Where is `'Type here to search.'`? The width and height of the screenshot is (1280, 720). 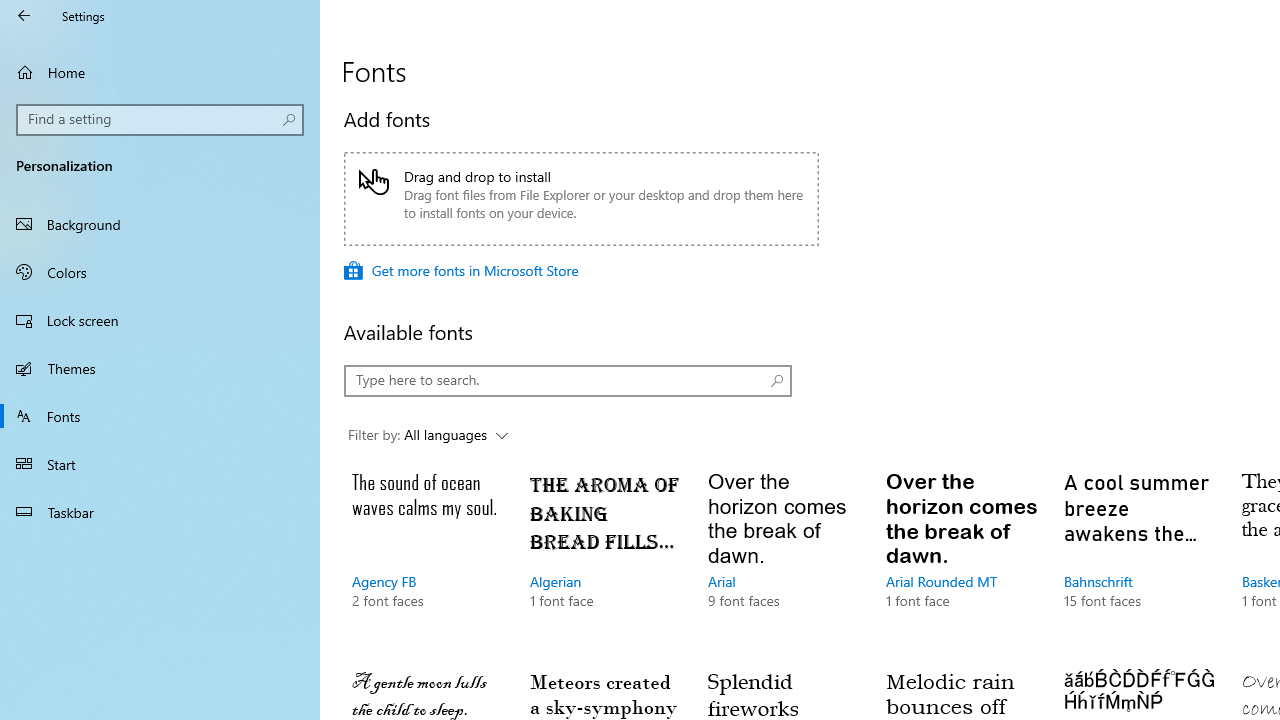
'Type here to search.' is located at coordinates (567, 380).